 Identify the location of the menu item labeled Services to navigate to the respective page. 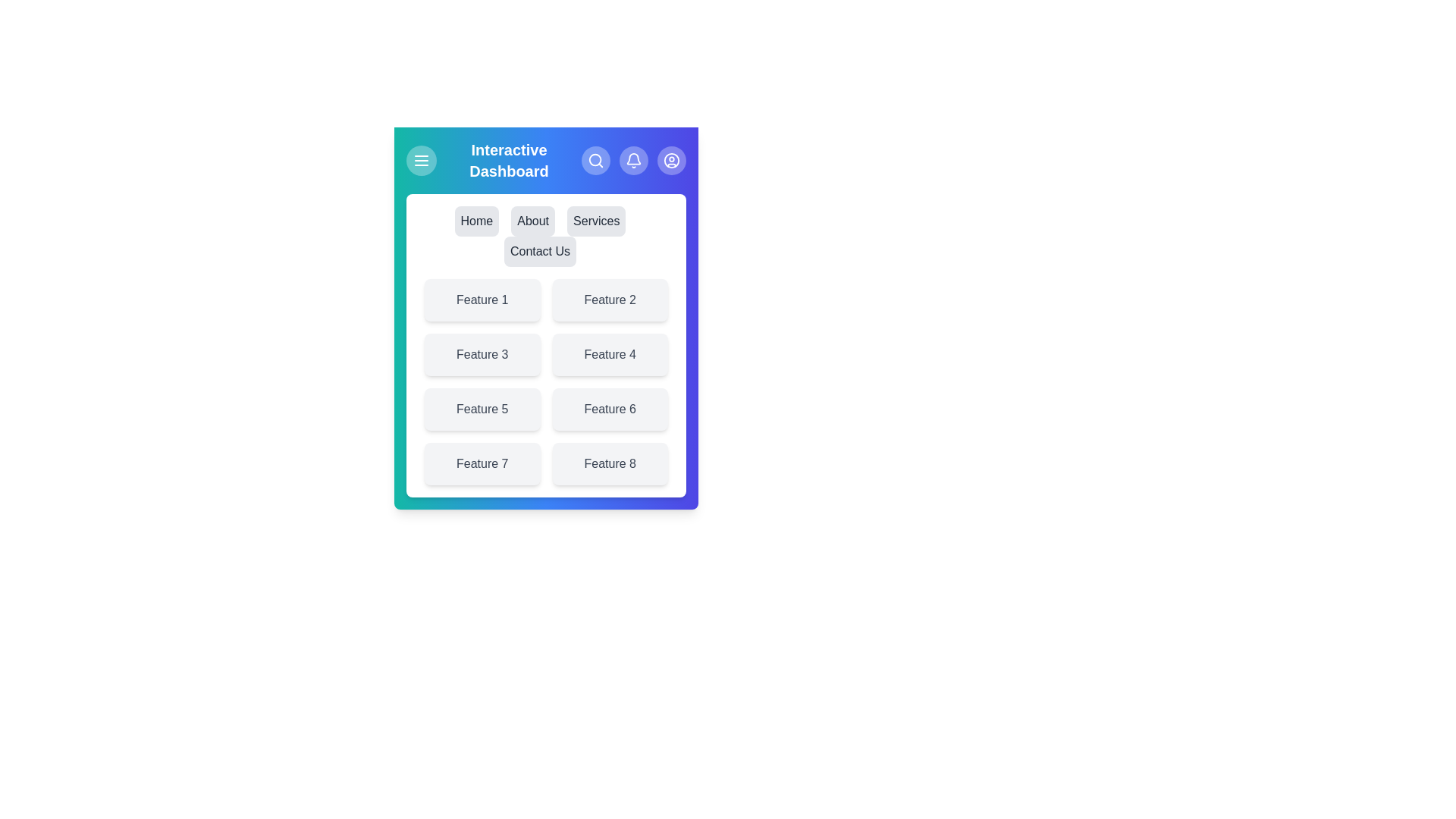
(595, 221).